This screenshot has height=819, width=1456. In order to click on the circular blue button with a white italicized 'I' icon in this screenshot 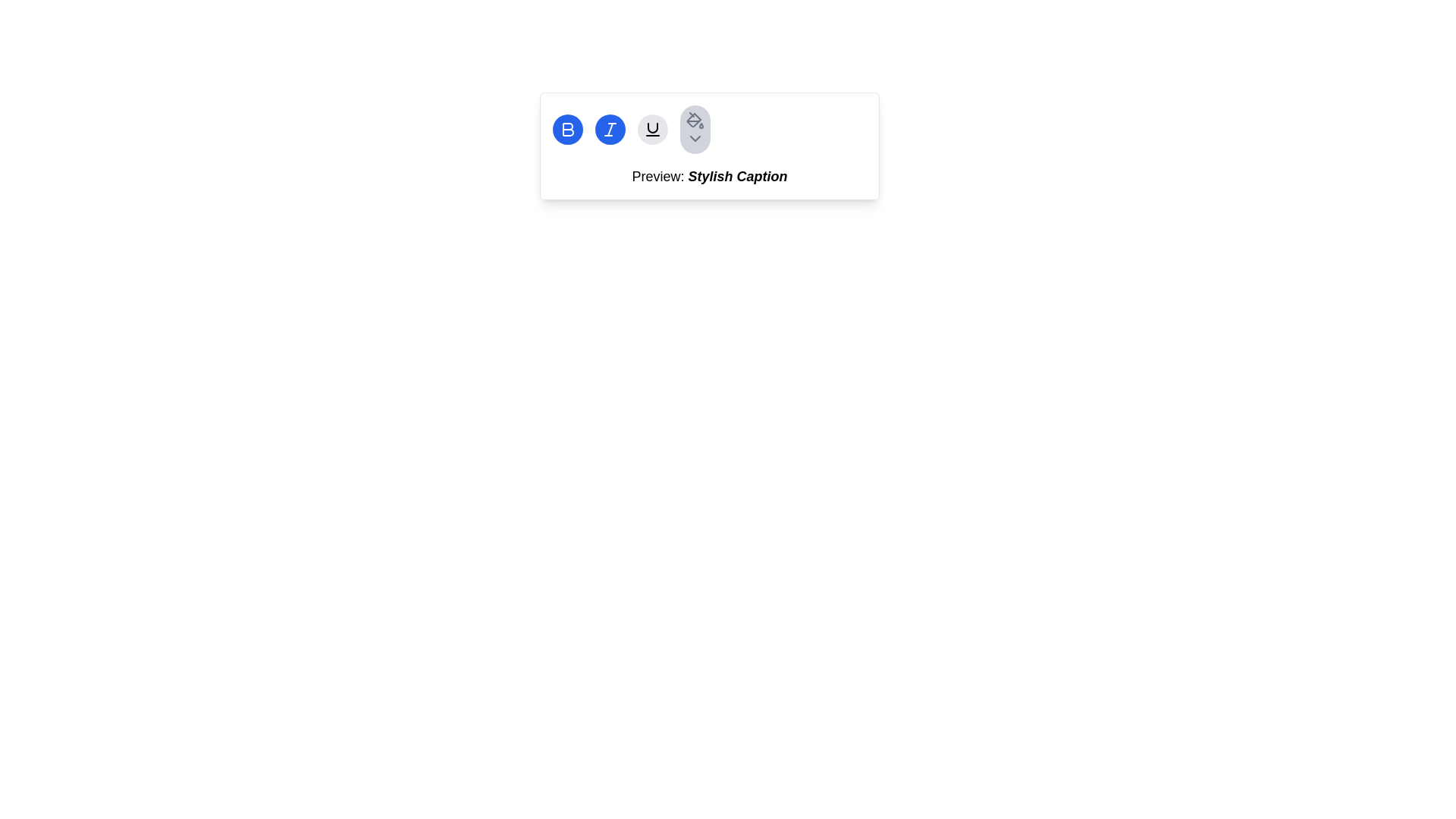, I will do `click(610, 128)`.